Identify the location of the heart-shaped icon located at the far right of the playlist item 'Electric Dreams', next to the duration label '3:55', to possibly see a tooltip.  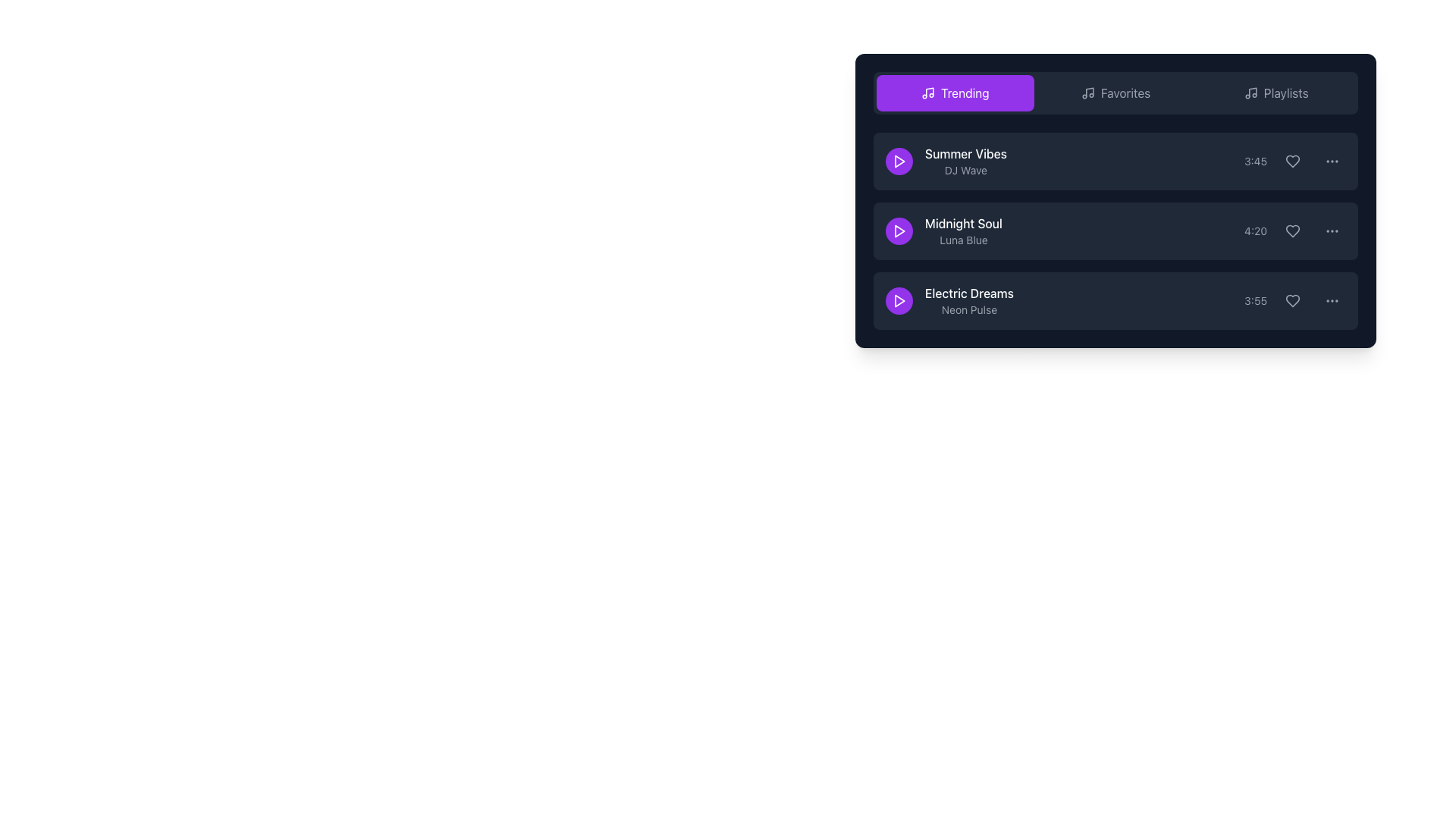
(1291, 301).